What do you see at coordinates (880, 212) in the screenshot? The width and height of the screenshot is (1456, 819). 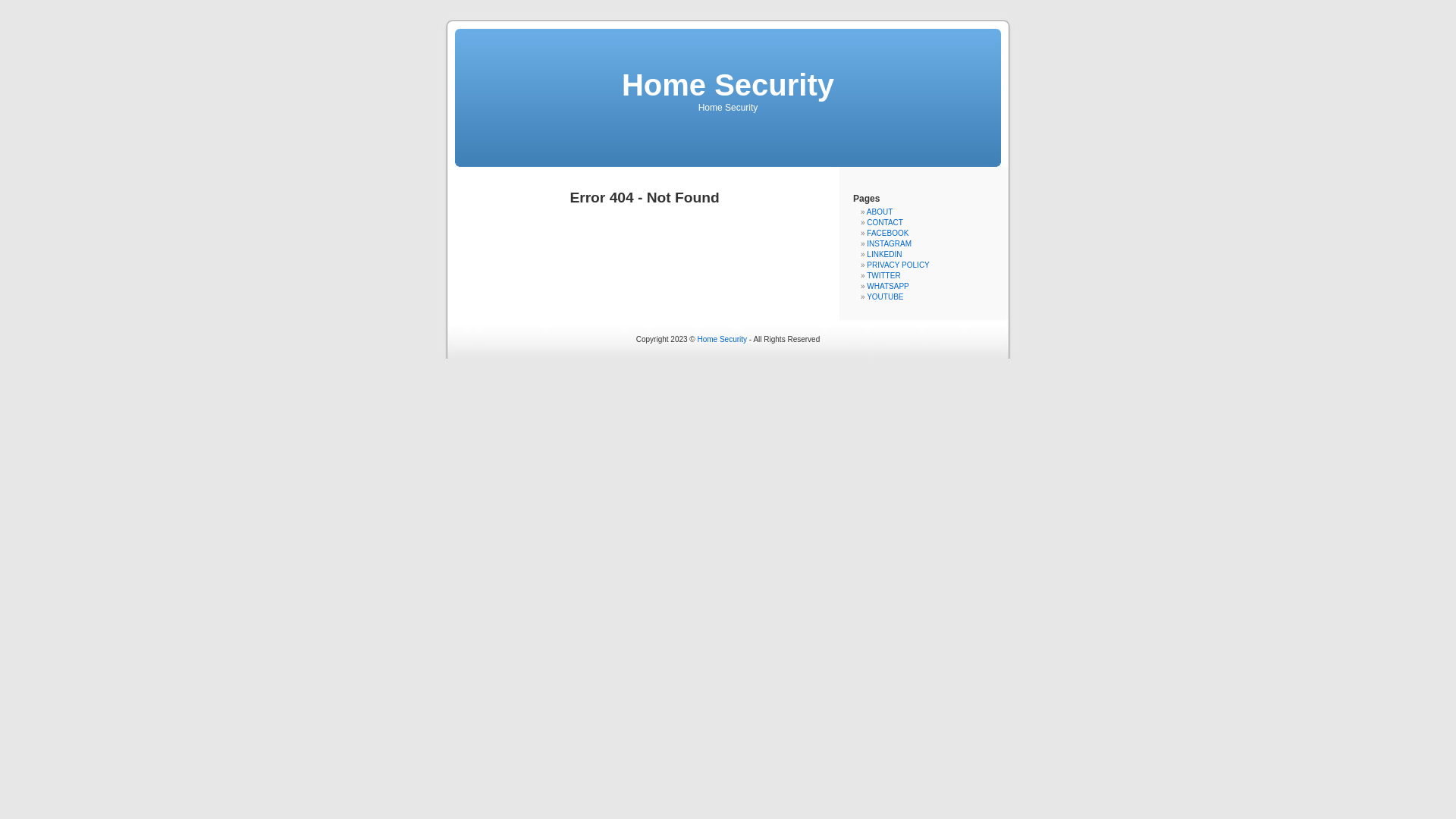 I see `'ABOUT'` at bounding box center [880, 212].